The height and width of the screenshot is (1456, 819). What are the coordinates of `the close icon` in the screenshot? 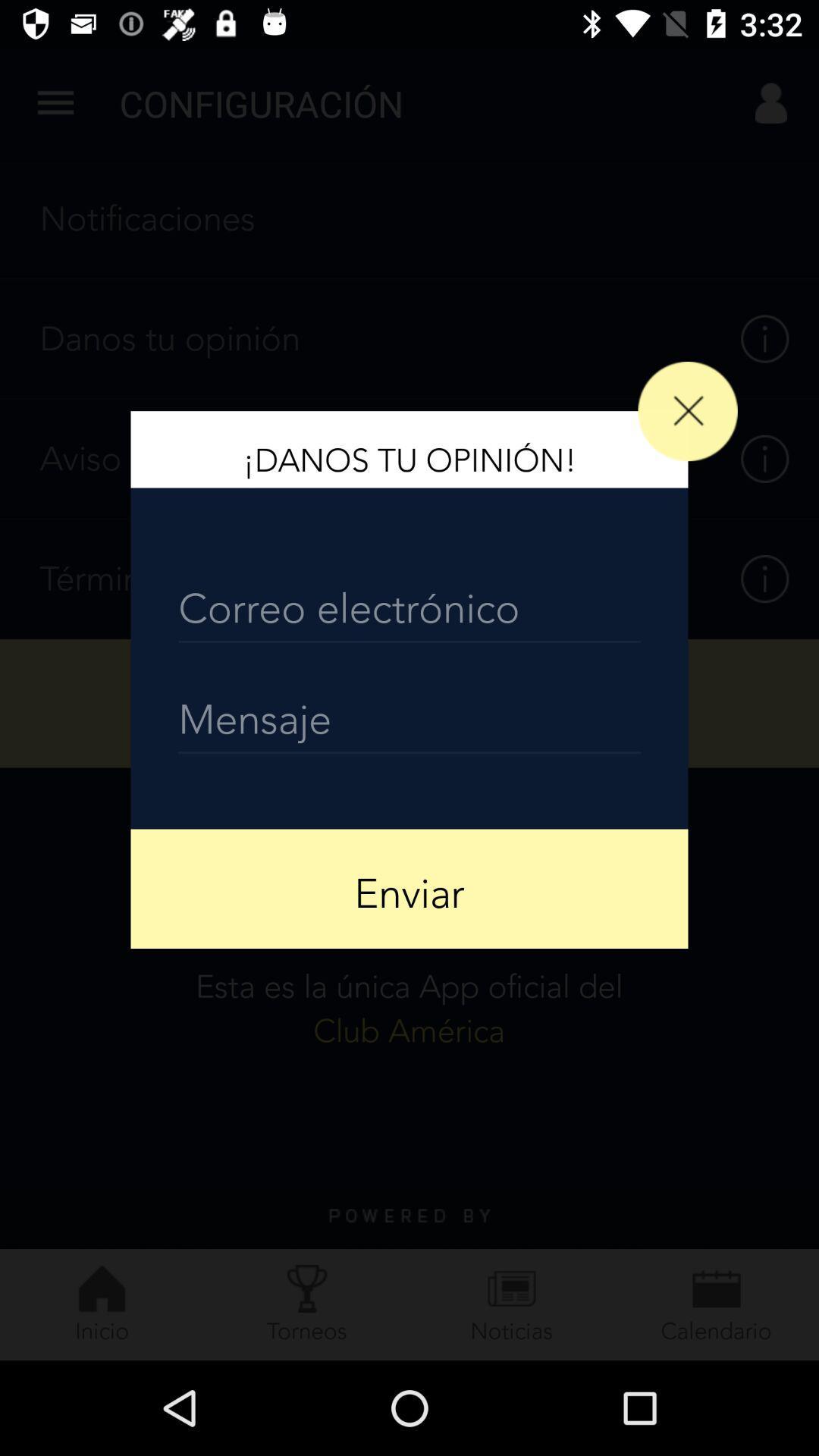 It's located at (688, 411).